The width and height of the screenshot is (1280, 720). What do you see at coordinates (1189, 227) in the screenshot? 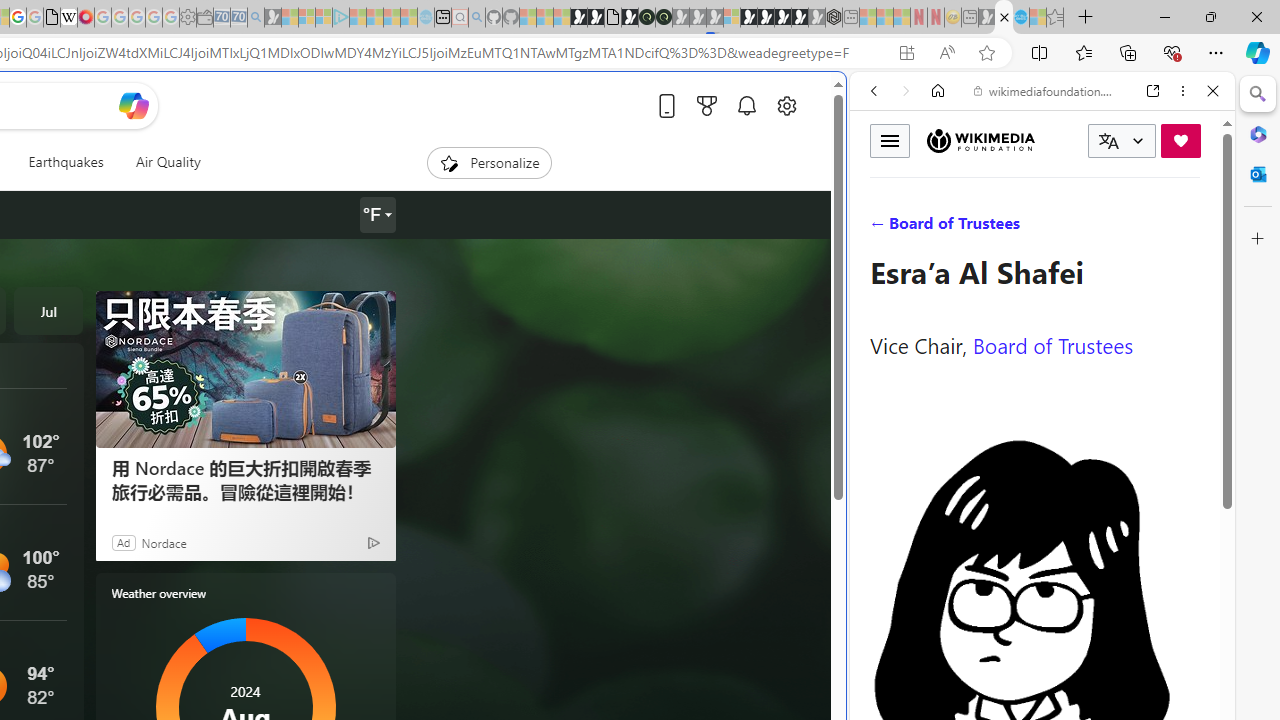
I see `'Preferences'` at bounding box center [1189, 227].